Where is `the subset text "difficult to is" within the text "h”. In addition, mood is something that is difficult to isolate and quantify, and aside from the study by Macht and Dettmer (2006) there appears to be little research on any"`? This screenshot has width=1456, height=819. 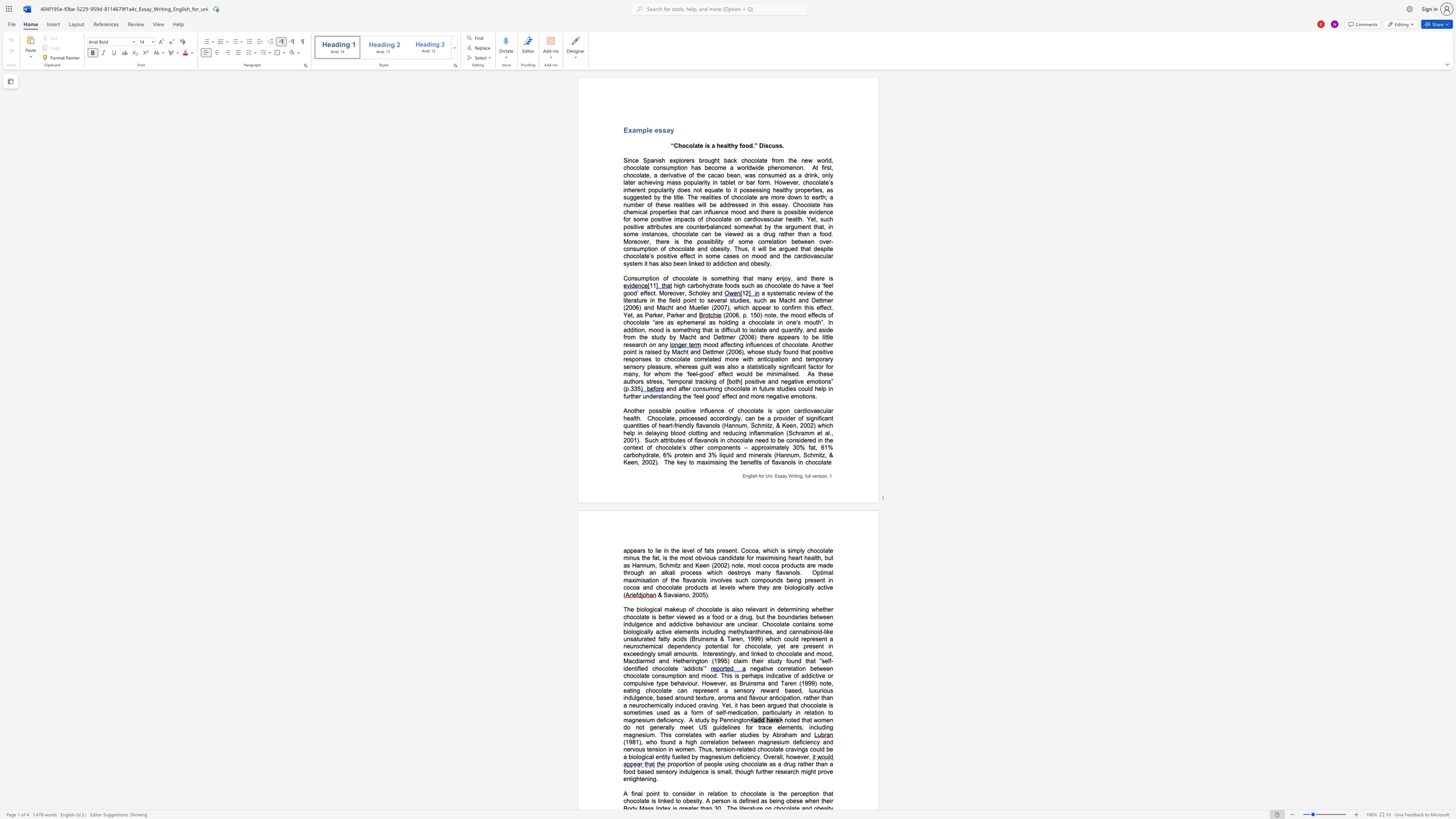 the subset text "difficult to is" within the text "h”. In addition, mood is something that is difficult to isolate and quantify, and aside from the study by Macht and Dettmer (2006) there appears to be little research on any" is located at coordinates (721, 330).